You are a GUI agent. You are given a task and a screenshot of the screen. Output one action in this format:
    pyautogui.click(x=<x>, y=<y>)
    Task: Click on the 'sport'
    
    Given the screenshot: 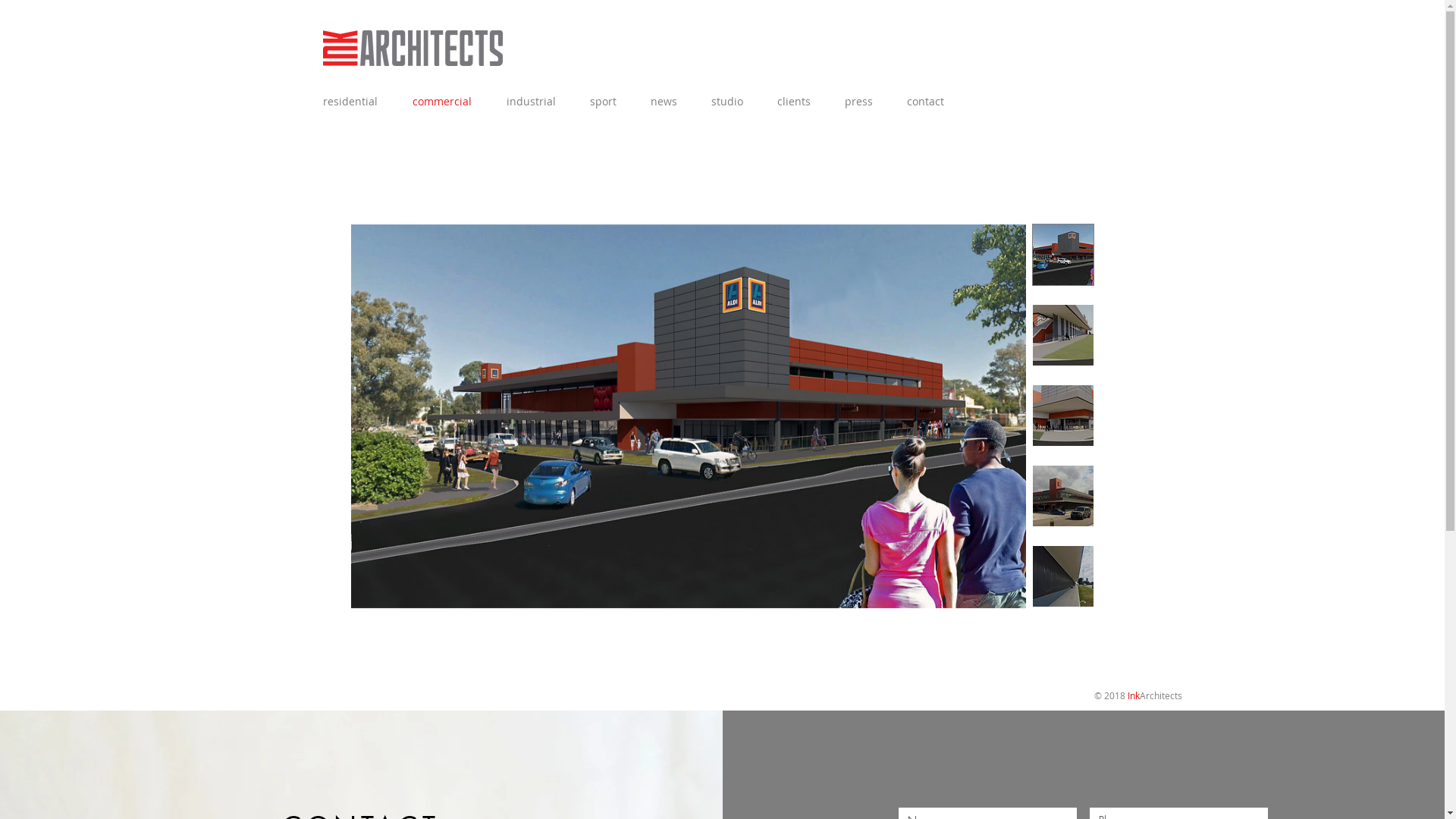 What is the action you would take?
    pyautogui.click(x=607, y=101)
    